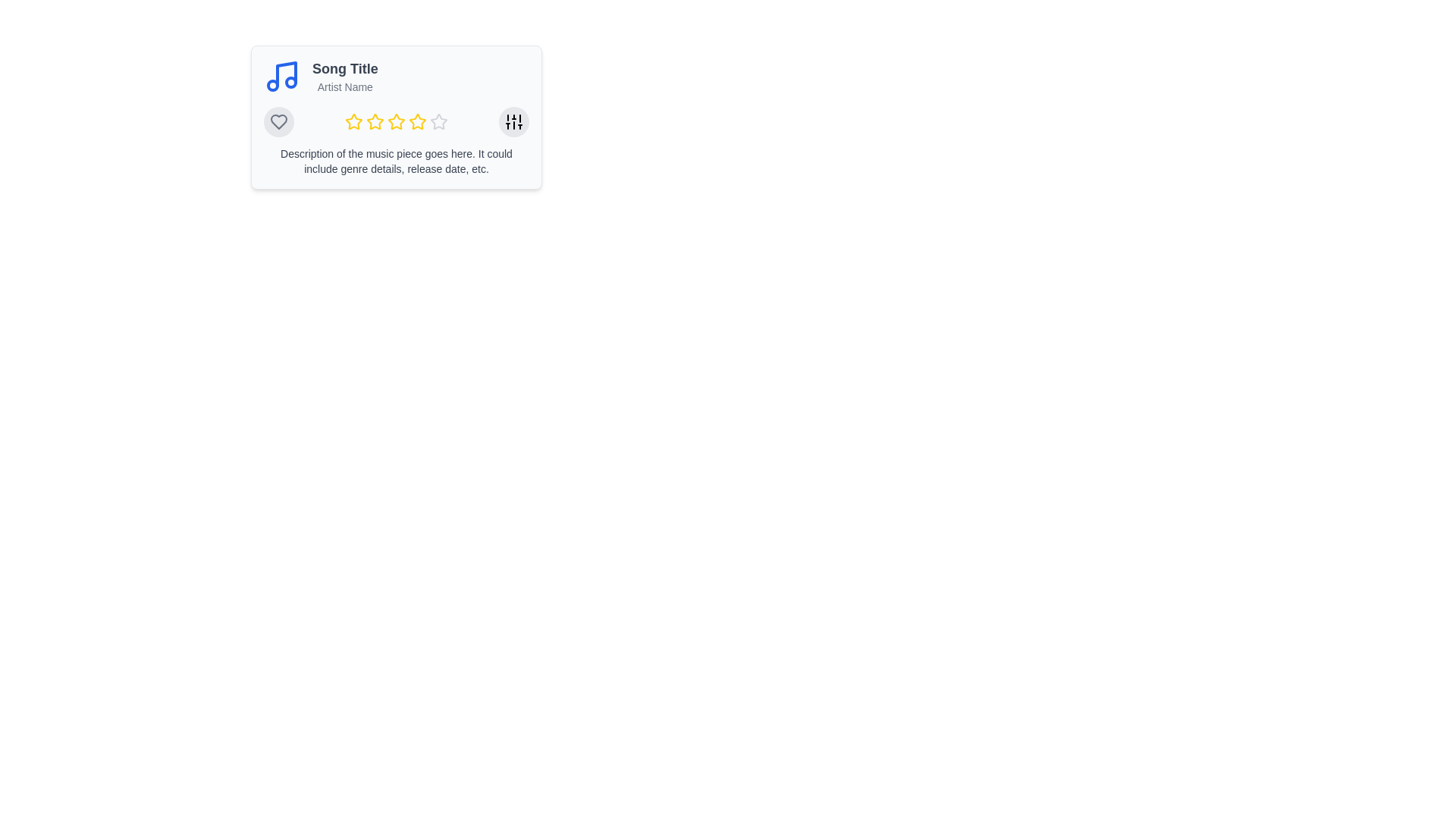 Image resolution: width=1456 pixels, height=819 pixels. What do you see at coordinates (397, 121) in the screenshot?
I see `the middle rating star` at bounding box center [397, 121].